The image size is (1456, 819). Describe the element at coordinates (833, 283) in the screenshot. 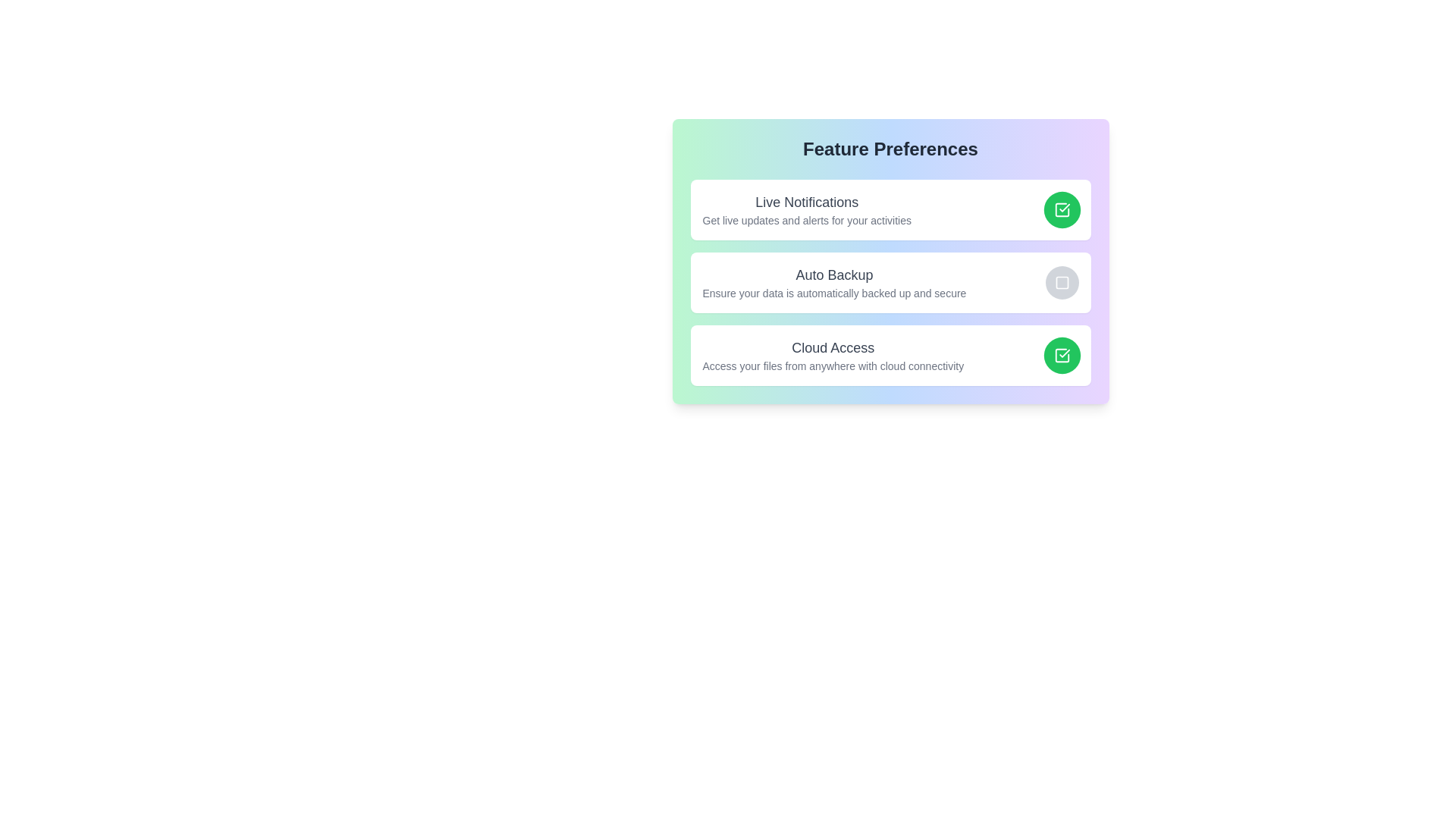

I see `the Text information block that describes the 'Auto Backup' feature, located in the second row of the 'Feature Preferences' panel, between 'Live Notifications' and 'Cloud Access'` at that location.